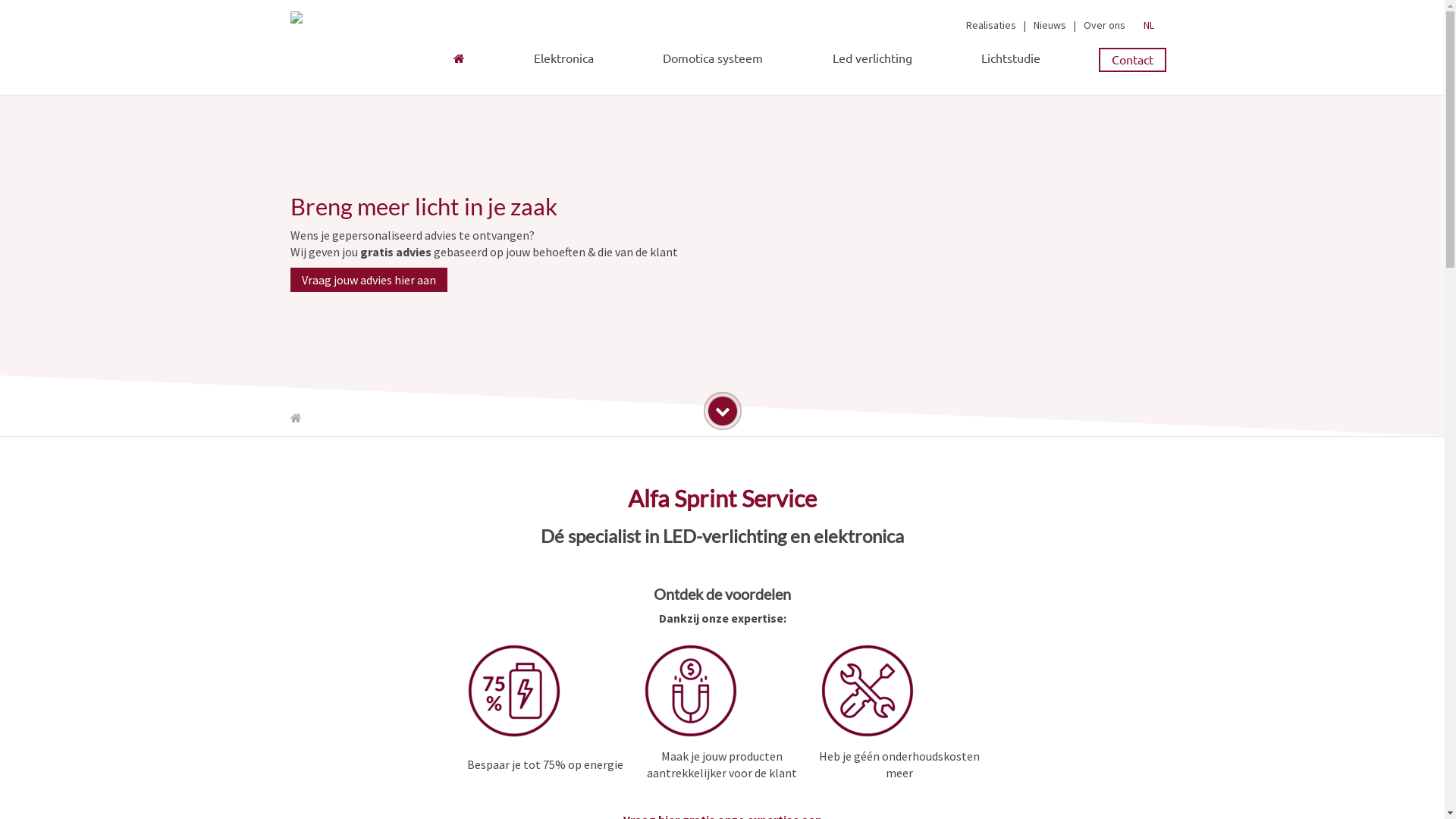 Image resolution: width=1456 pixels, height=819 pixels. What do you see at coordinates (1147, 25) in the screenshot?
I see `'Nederlands'` at bounding box center [1147, 25].